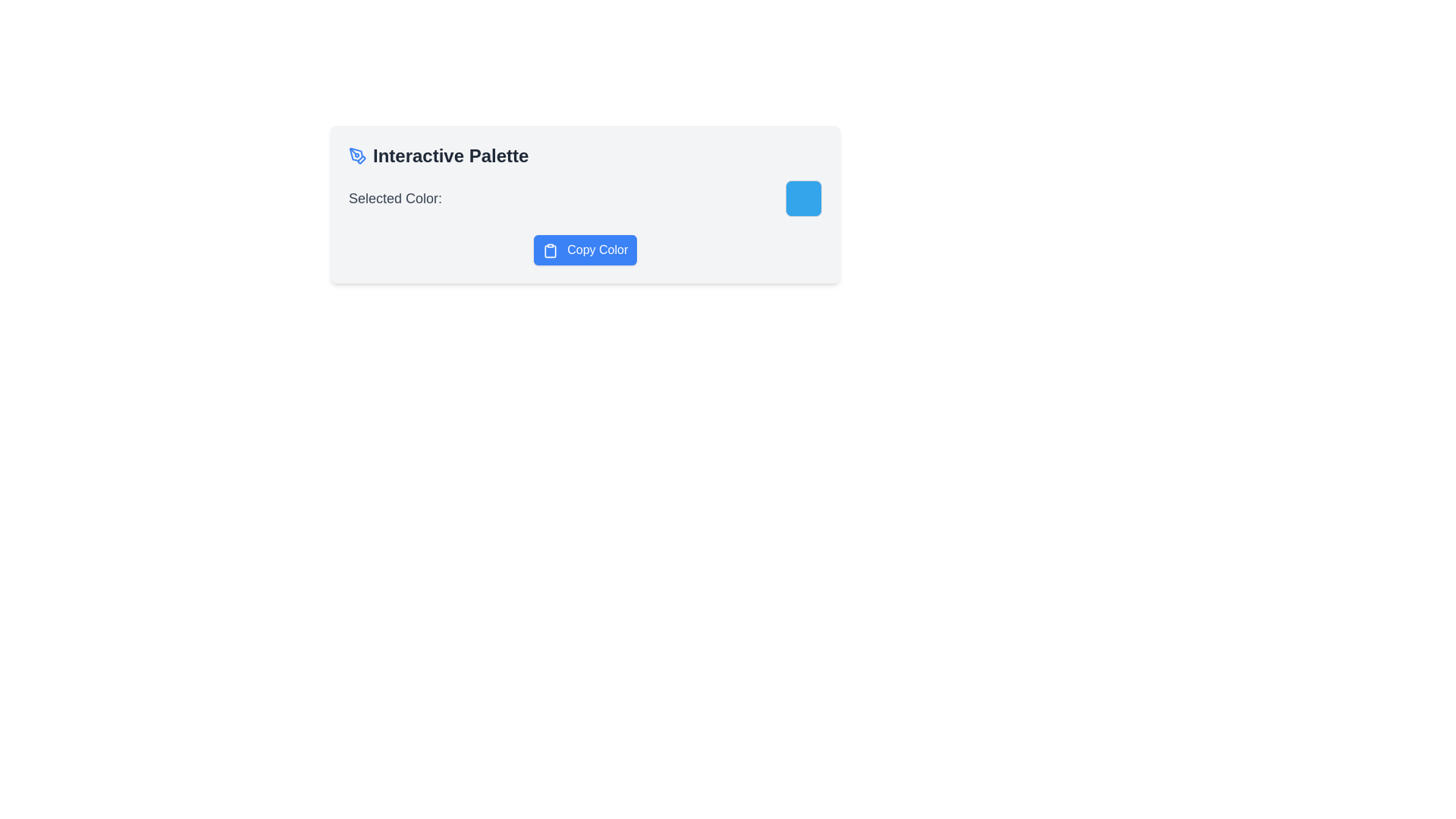  What do you see at coordinates (549, 249) in the screenshot?
I see `the 'Copy Color' icon located in the lower section of the 'Interactive Palette' interface` at bounding box center [549, 249].